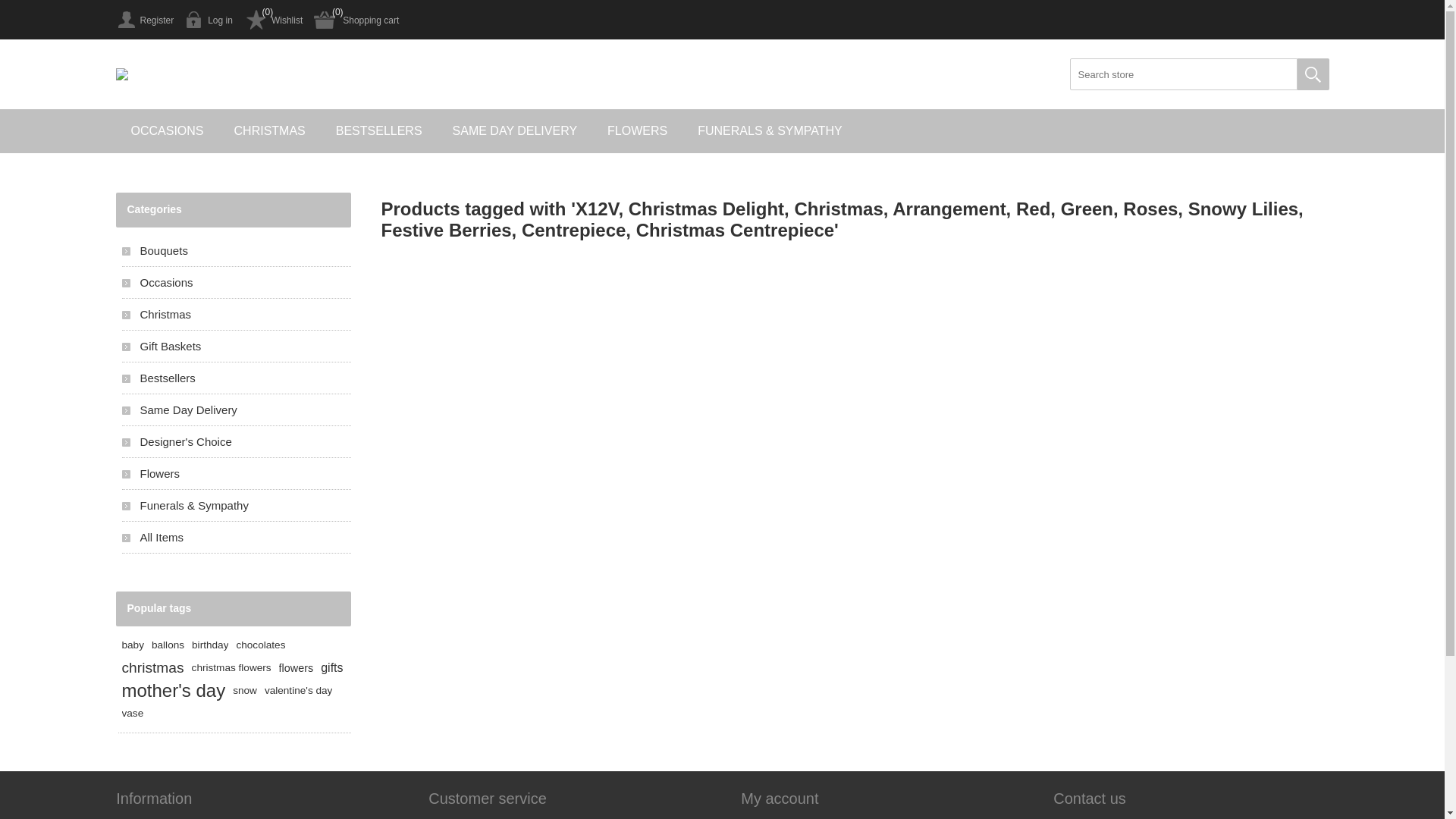 The height and width of the screenshot is (819, 1456). I want to click on 'ballons', so click(168, 645).